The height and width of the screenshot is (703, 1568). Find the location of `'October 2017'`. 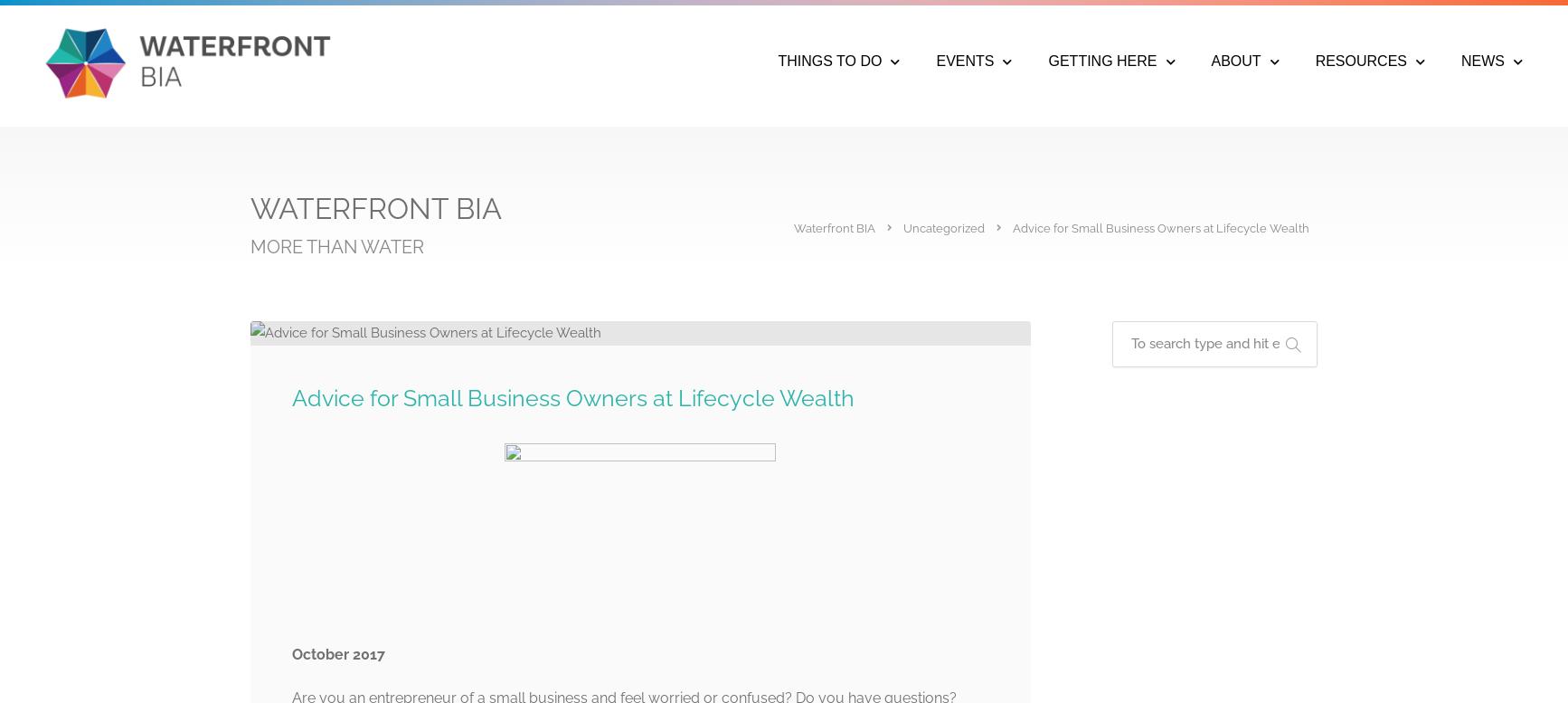

'October 2017' is located at coordinates (338, 653).